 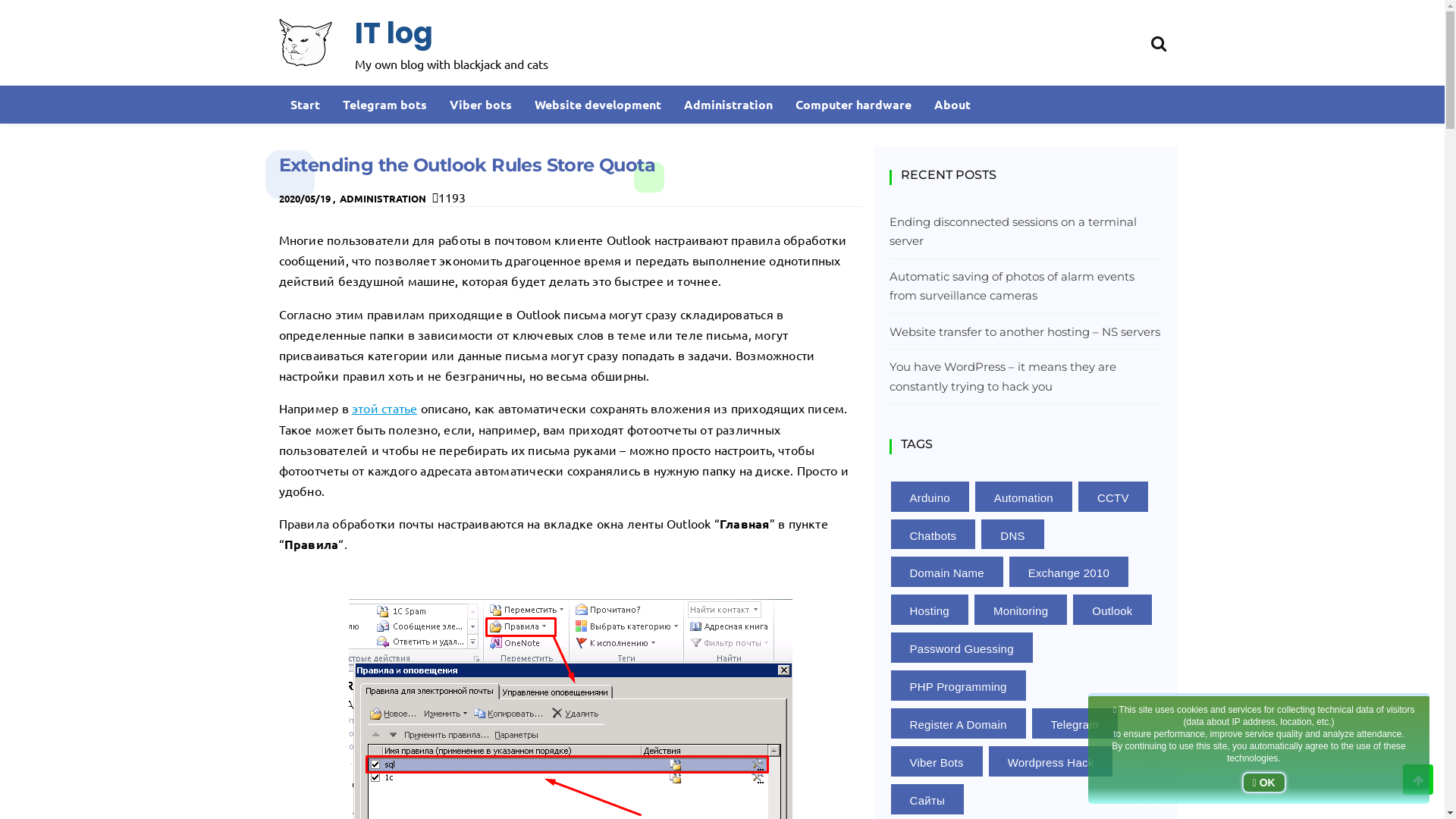 What do you see at coordinates (946, 571) in the screenshot?
I see `'Domain Name'` at bounding box center [946, 571].